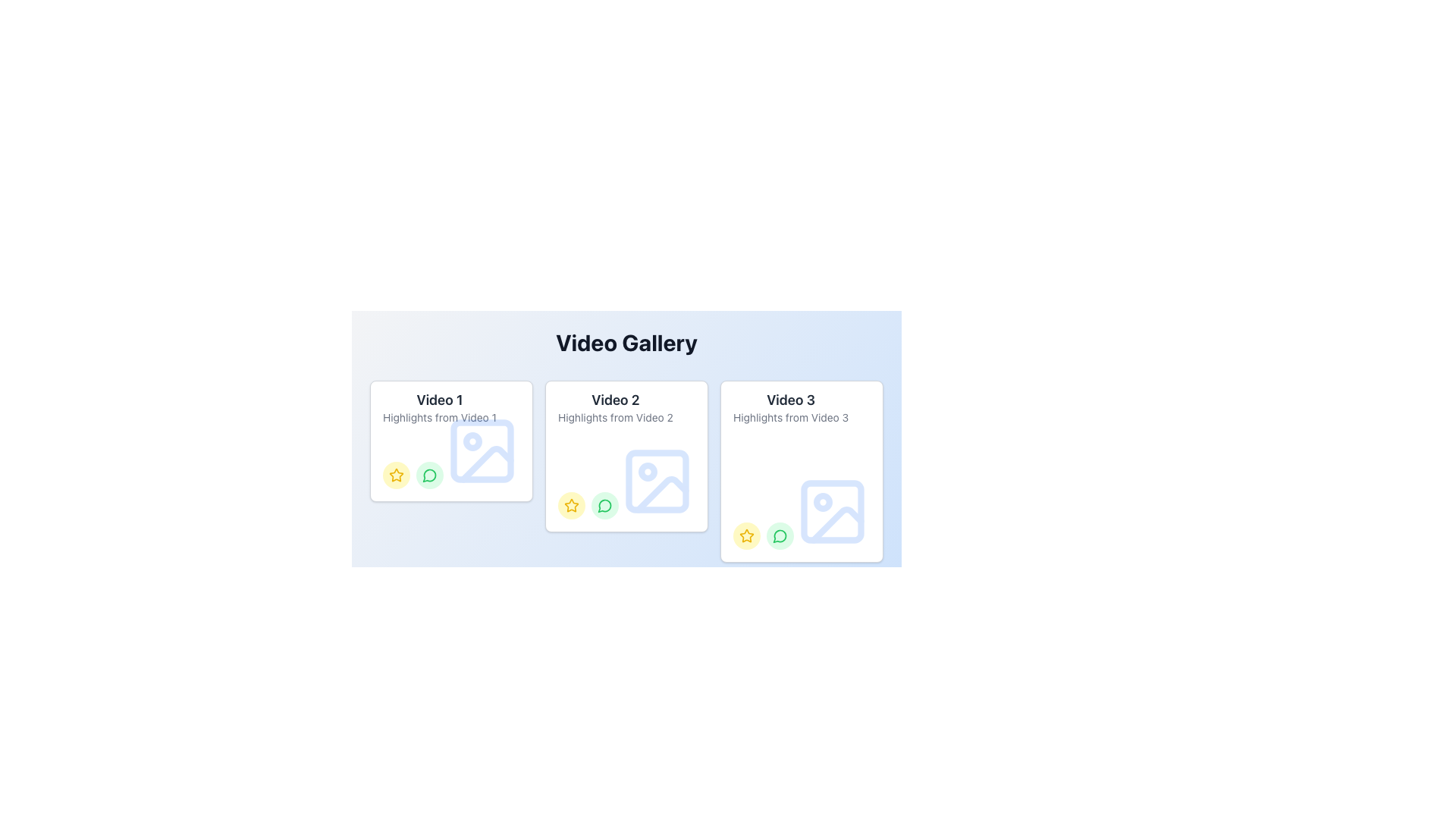 The image size is (1456, 819). I want to click on the text label reading 'Highlights from Video 2,' which is styled in a smaller font size and subdued gray color, located centrally beneath the heading 'Video 2' within the card layout for video details, so click(615, 418).